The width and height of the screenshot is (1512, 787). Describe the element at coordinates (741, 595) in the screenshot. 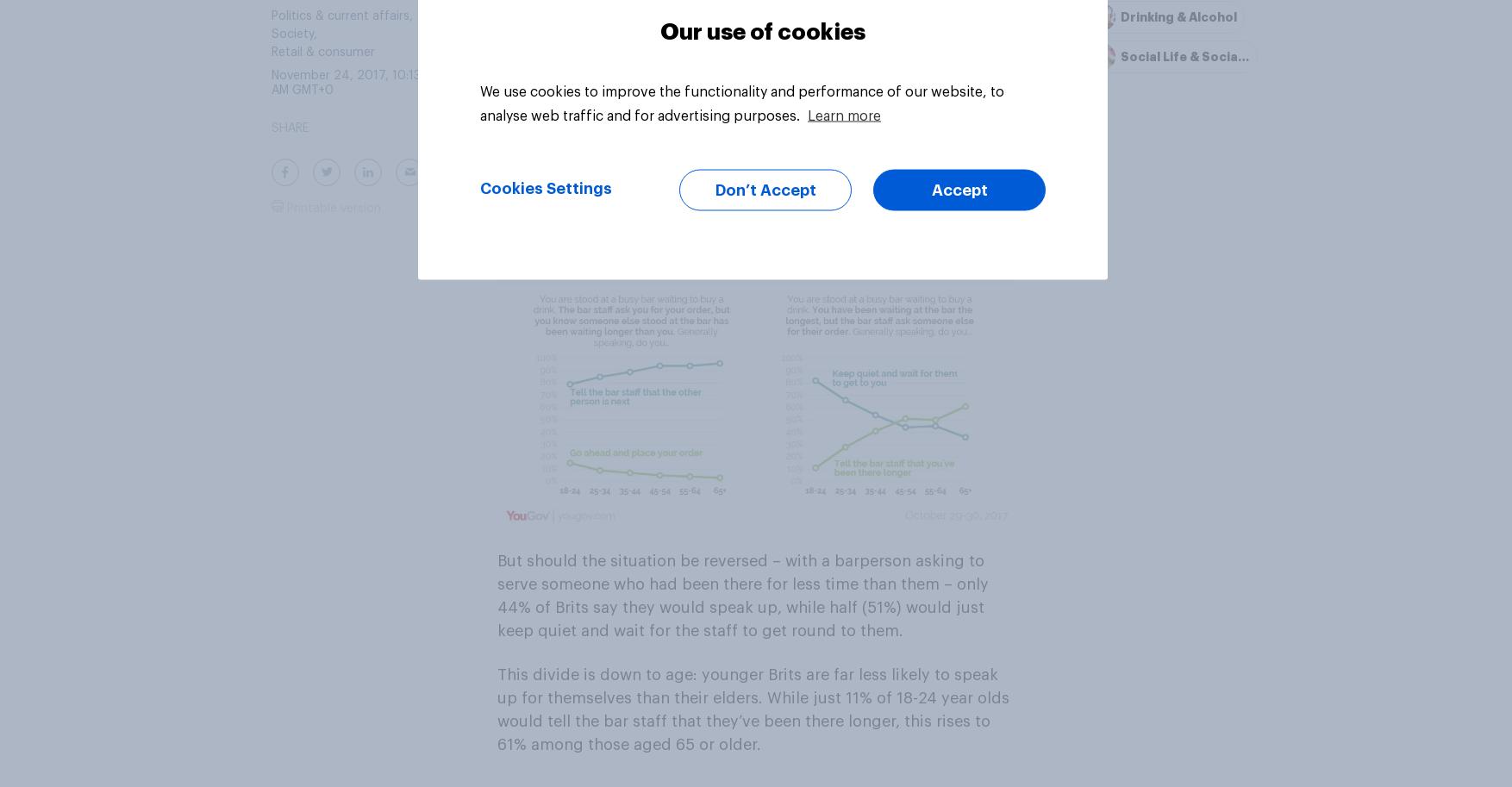

I see `'But should the situation be reversed – with a barperson asking to serve someone who had been there for less time than them – only 44% of Brits say they would speak up, while half (51%) would just keep quiet and wait for the staff to get round to them.'` at that location.